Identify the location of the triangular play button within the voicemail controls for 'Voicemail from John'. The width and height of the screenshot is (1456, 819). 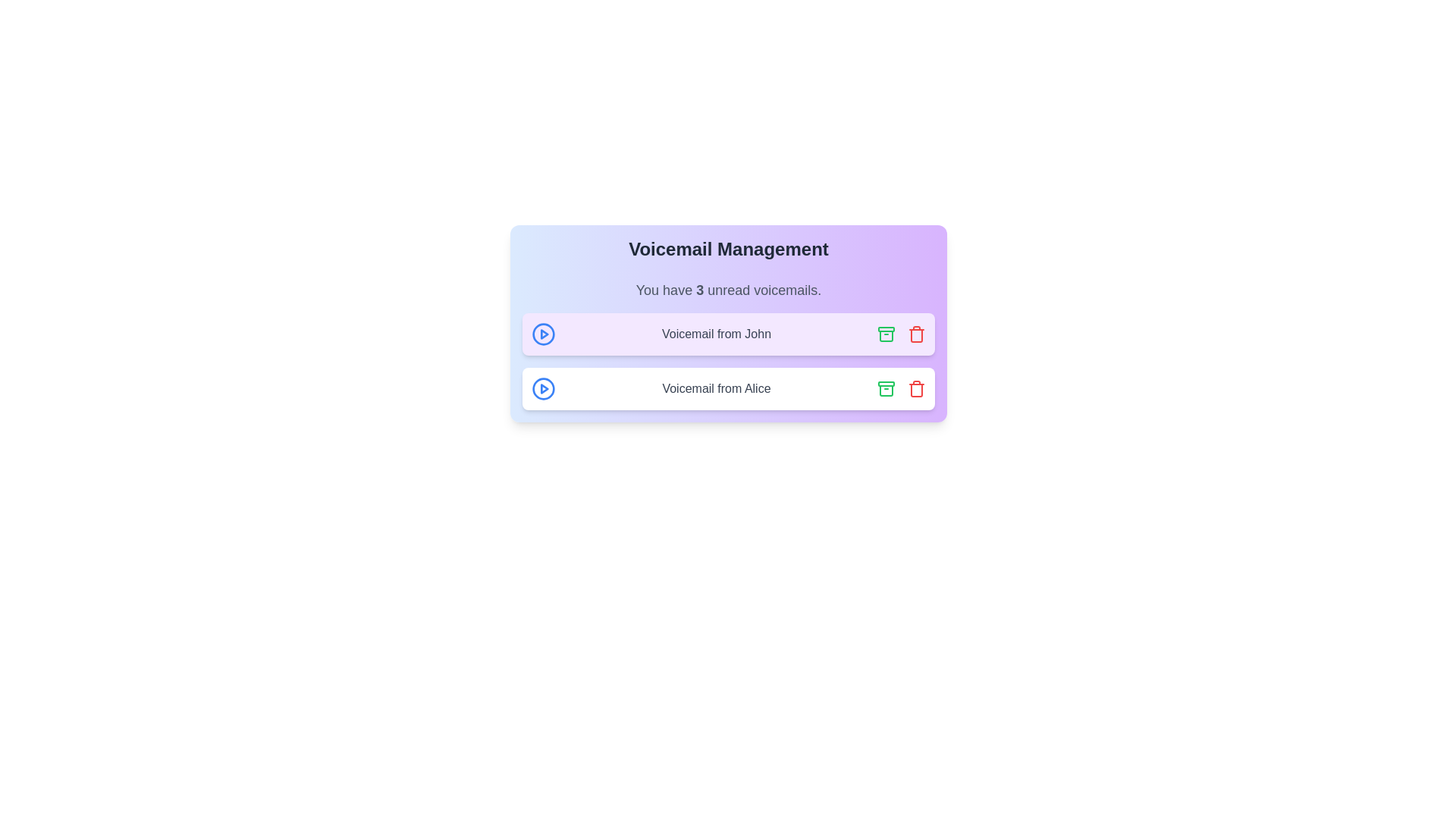
(544, 388).